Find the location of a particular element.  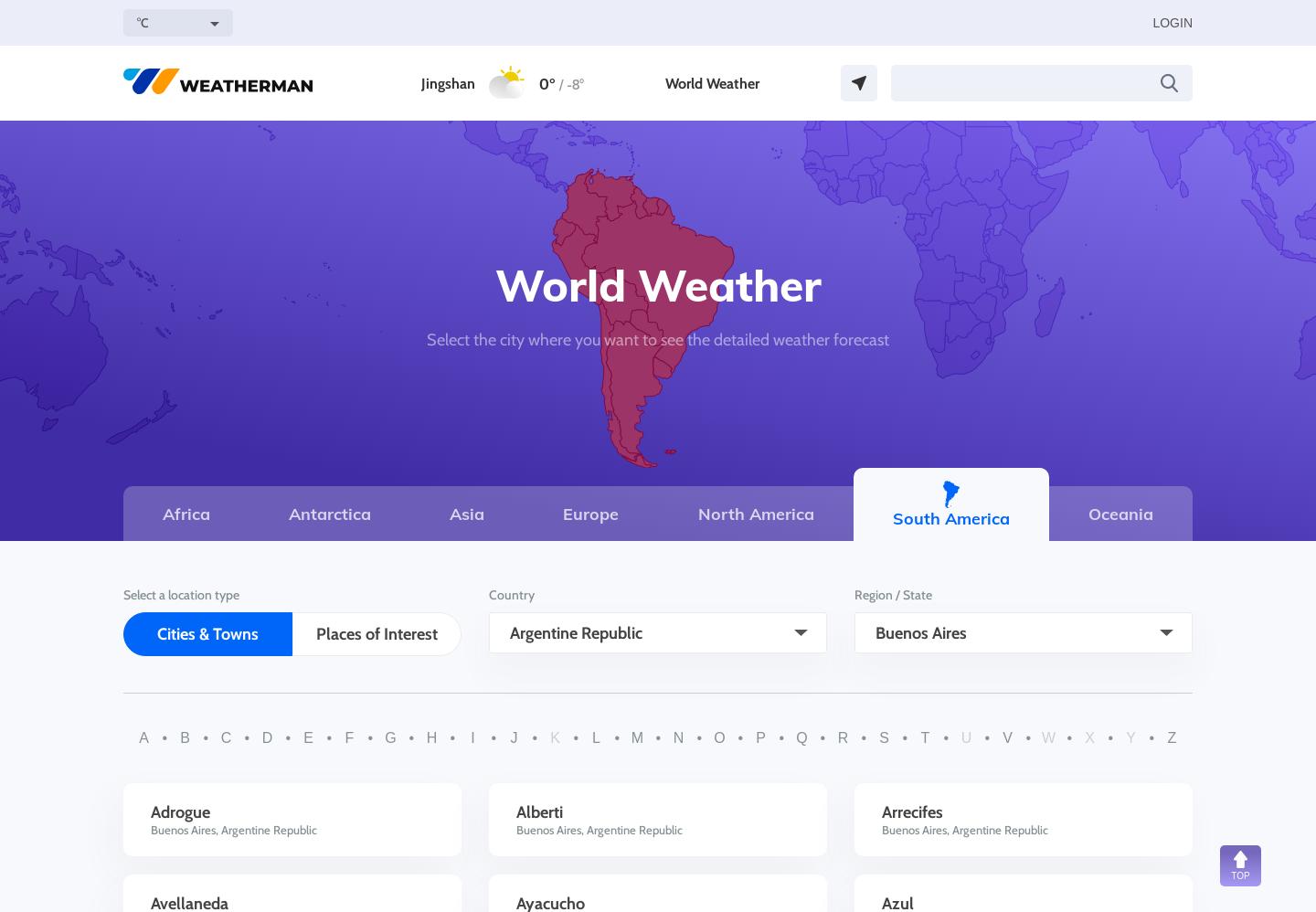

'J' is located at coordinates (510, 737).